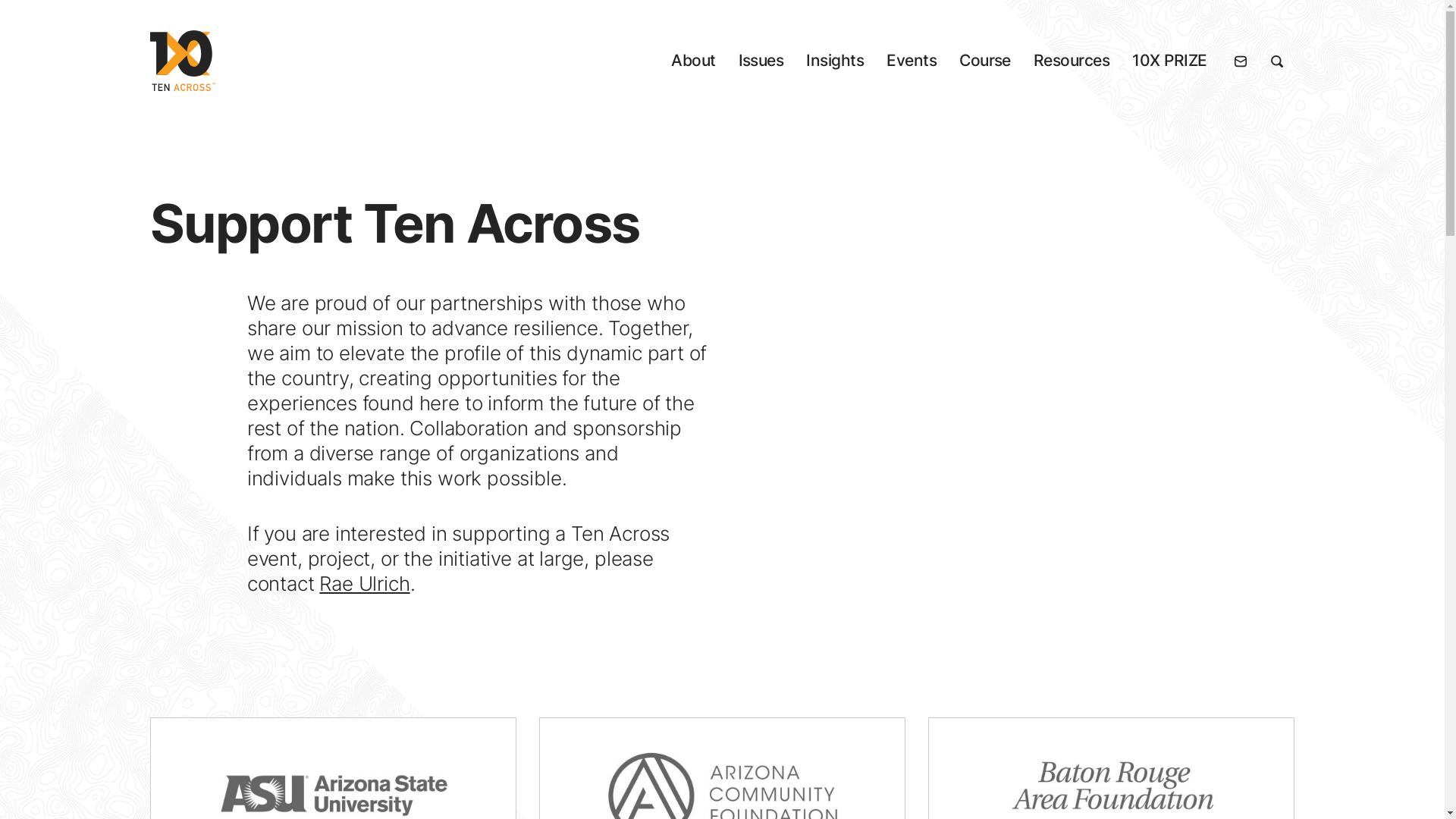 This screenshot has height=819, width=1456. Describe the element at coordinates (761, 60) in the screenshot. I see `'Issues'` at that location.